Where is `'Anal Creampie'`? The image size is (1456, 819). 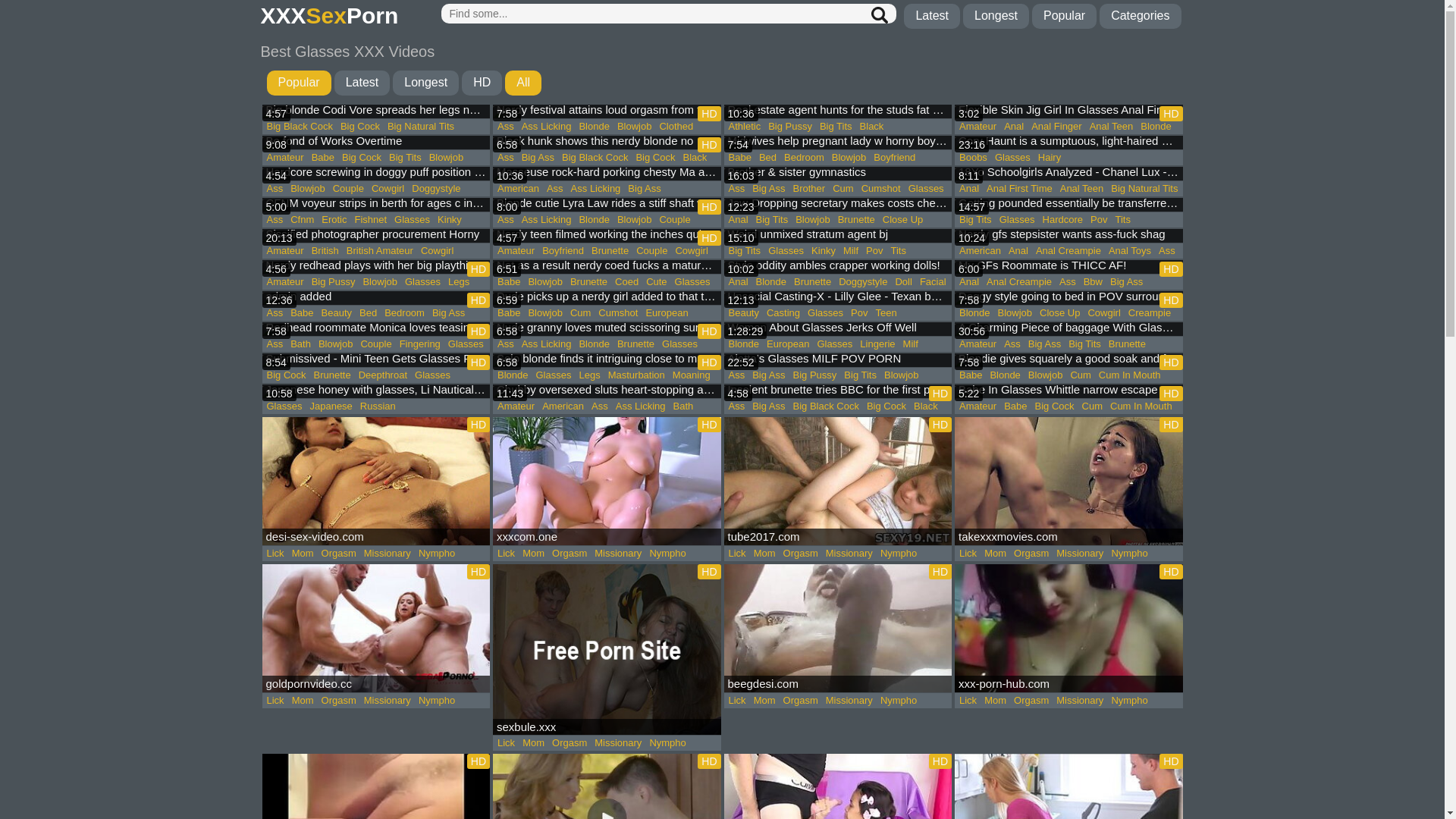 'Anal Creampie' is located at coordinates (1068, 250).